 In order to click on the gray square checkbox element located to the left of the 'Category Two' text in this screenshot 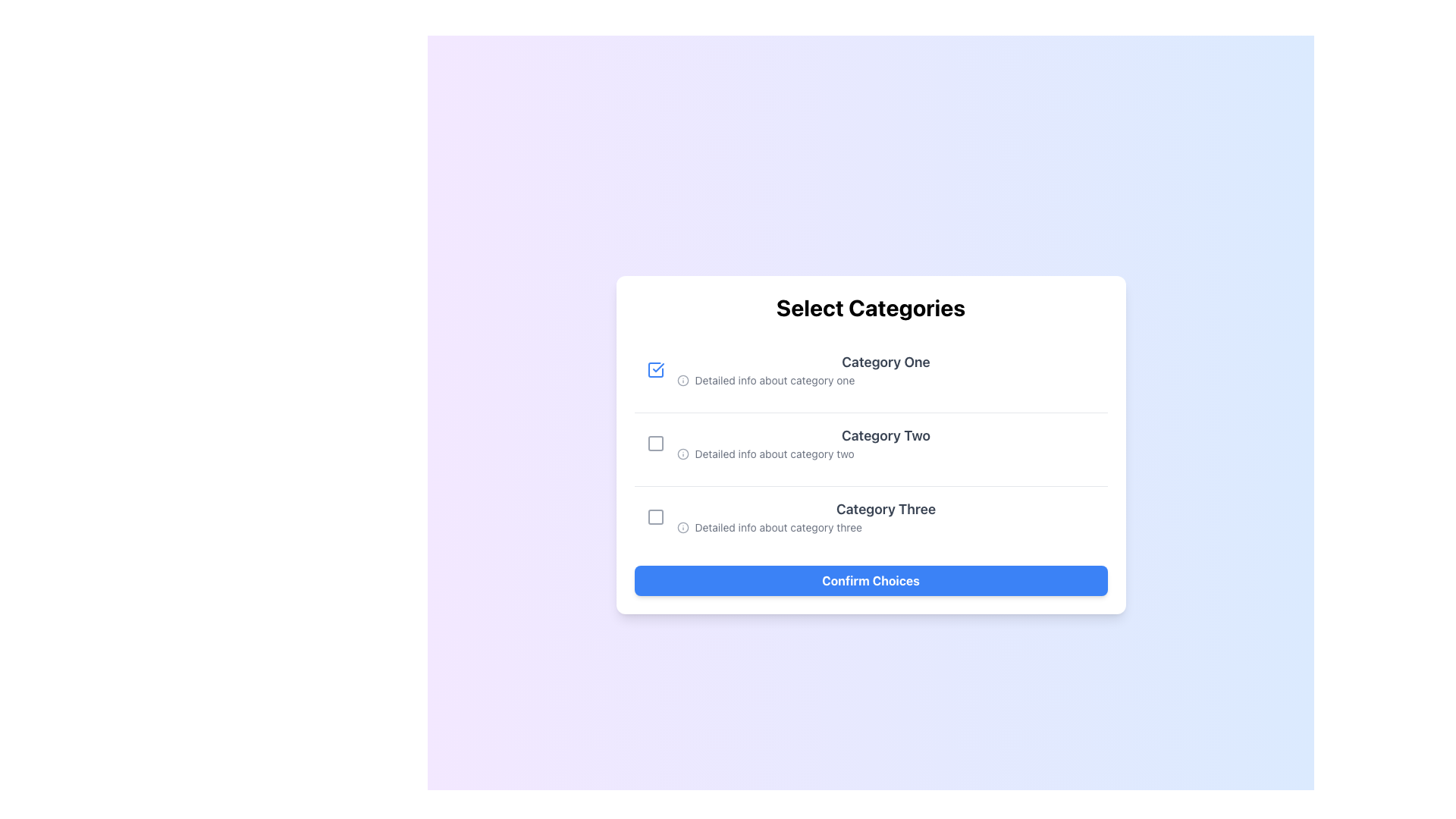, I will do `click(655, 444)`.